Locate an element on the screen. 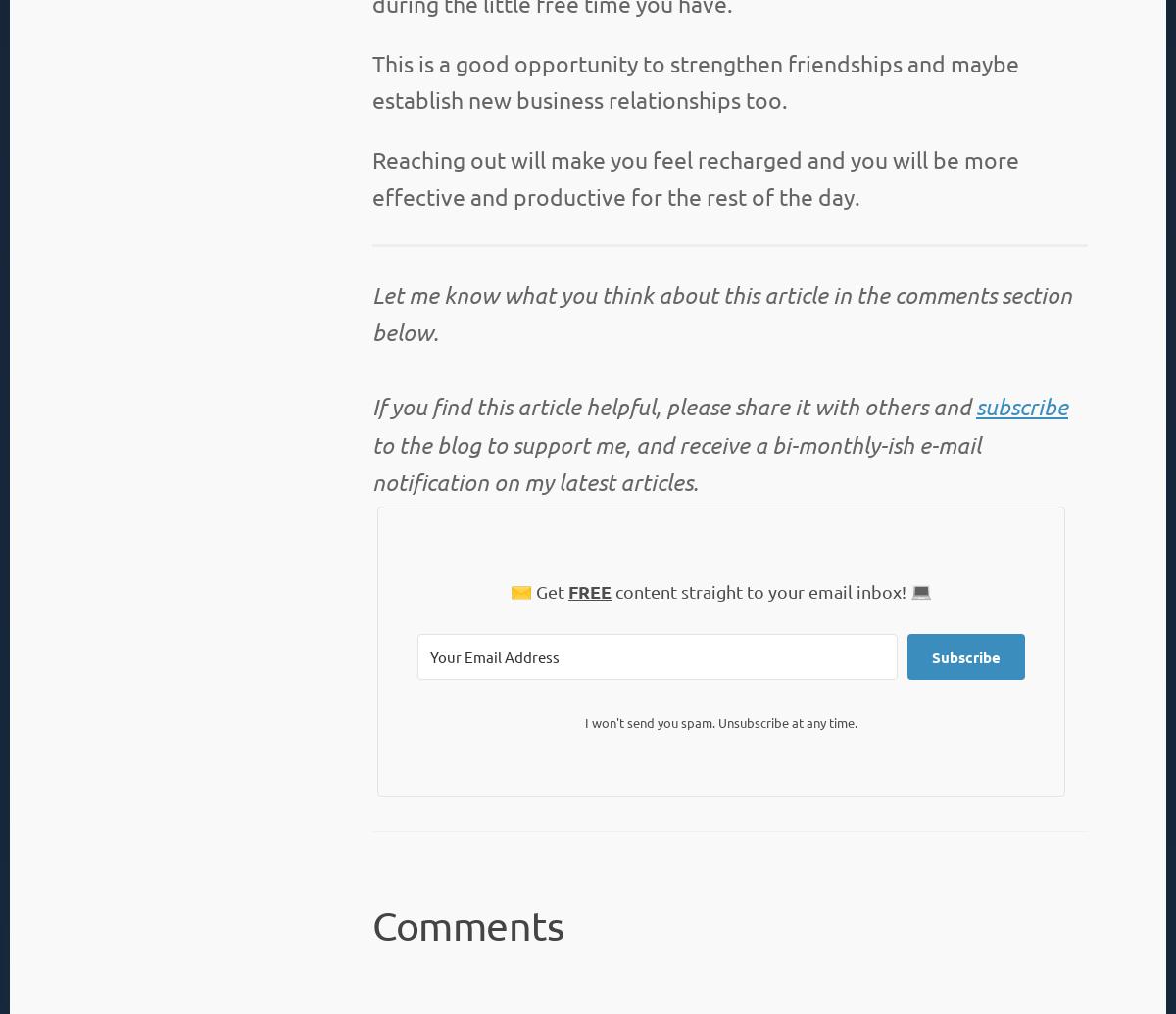  'subscribe' is located at coordinates (1022, 407).